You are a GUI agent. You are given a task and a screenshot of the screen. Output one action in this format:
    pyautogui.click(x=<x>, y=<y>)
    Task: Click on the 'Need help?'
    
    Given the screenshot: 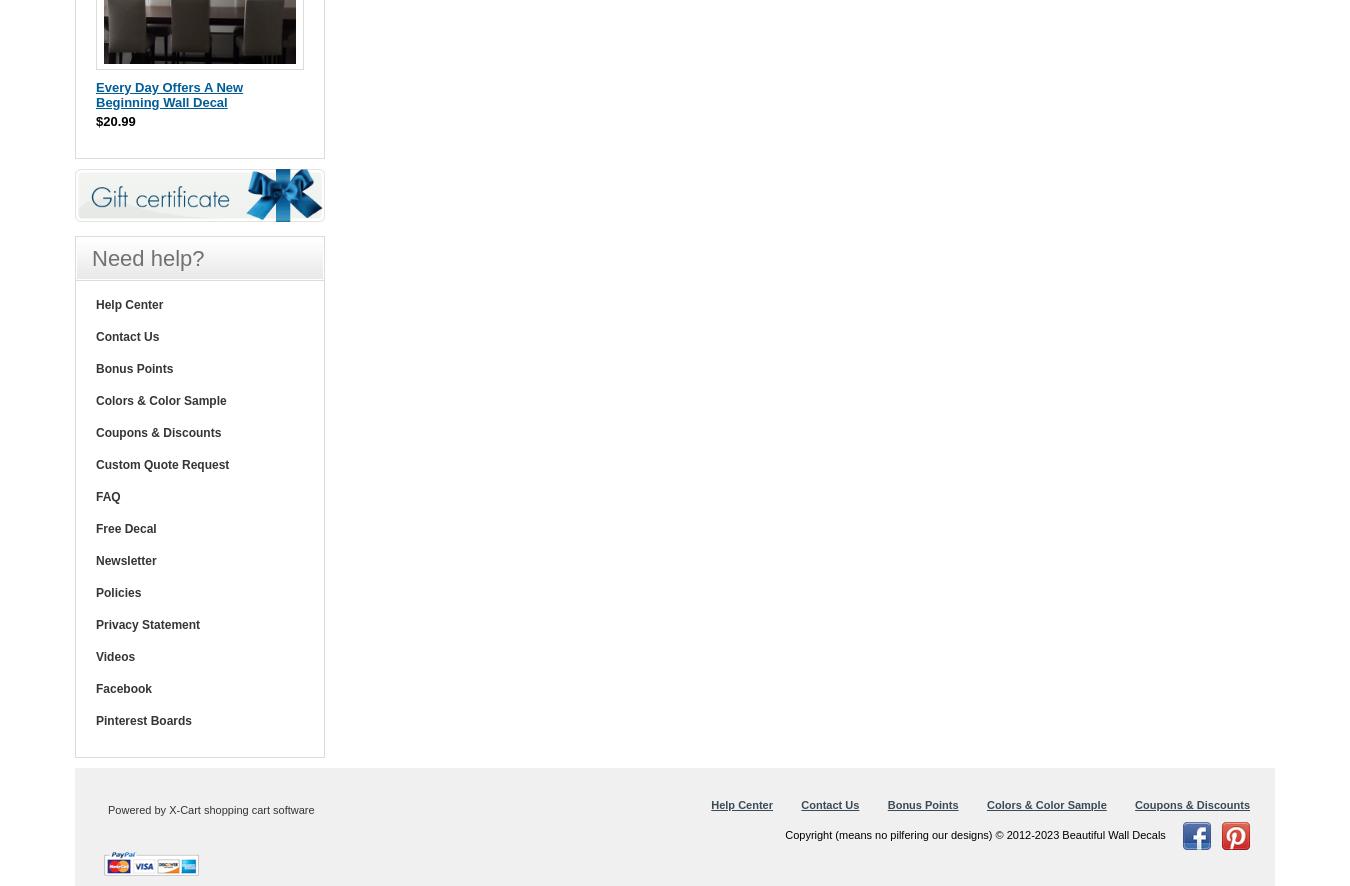 What is the action you would take?
    pyautogui.click(x=147, y=256)
    